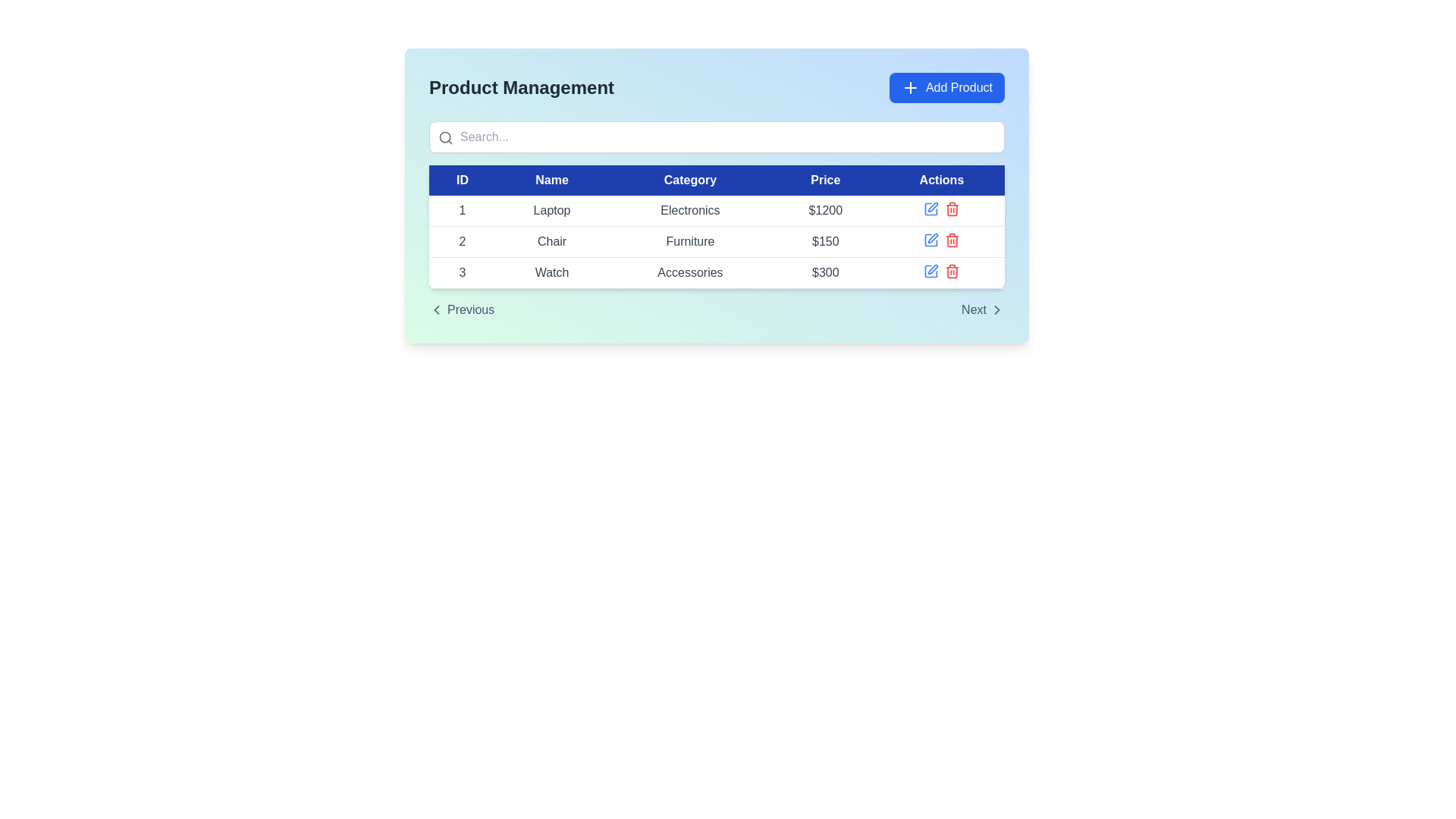 Image resolution: width=1456 pixels, height=819 pixels. What do you see at coordinates (824, 241) in the screenshot?
I see `the Text Display element showing the value '$150' in the 'Price' column of the second row corresponding to the item 'Chair' in the 'Furniture' category` at bounding box center [824, 241].